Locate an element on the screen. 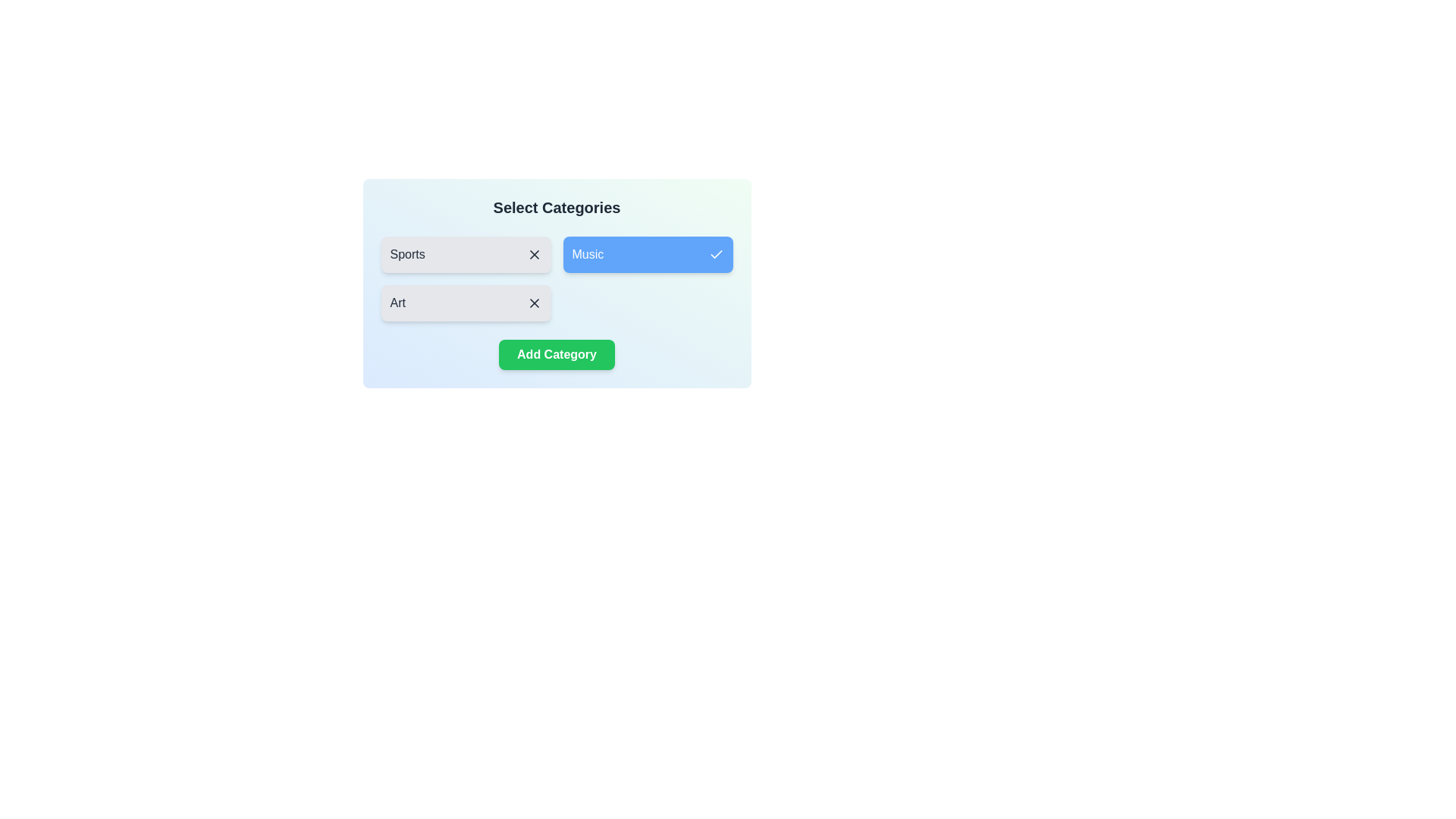 The image size is (1456, 819). the category Art is located at coordinates (465, 303).